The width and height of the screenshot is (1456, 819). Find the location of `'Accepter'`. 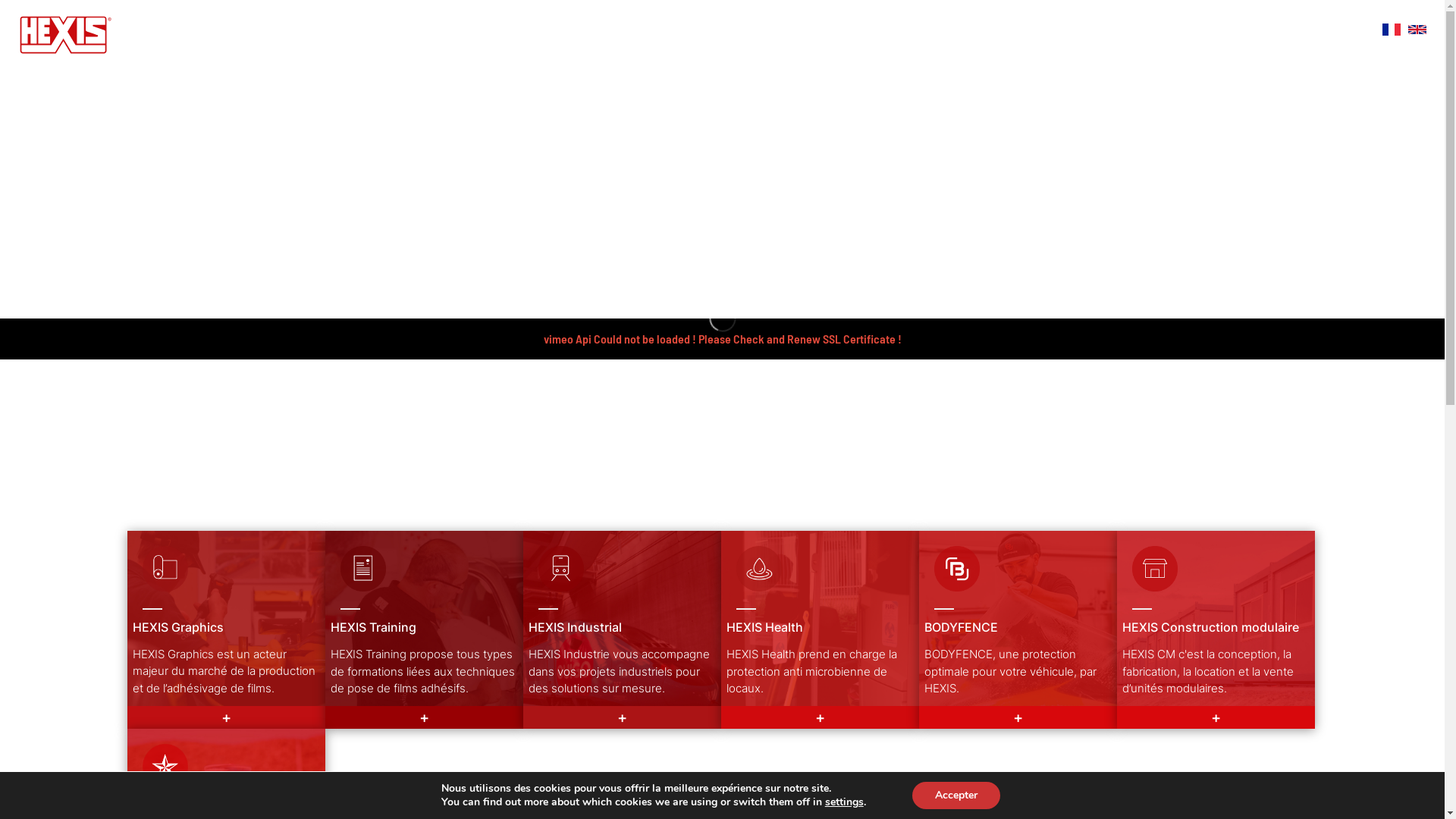

'Accepter' is located at coordinates (955, 795).